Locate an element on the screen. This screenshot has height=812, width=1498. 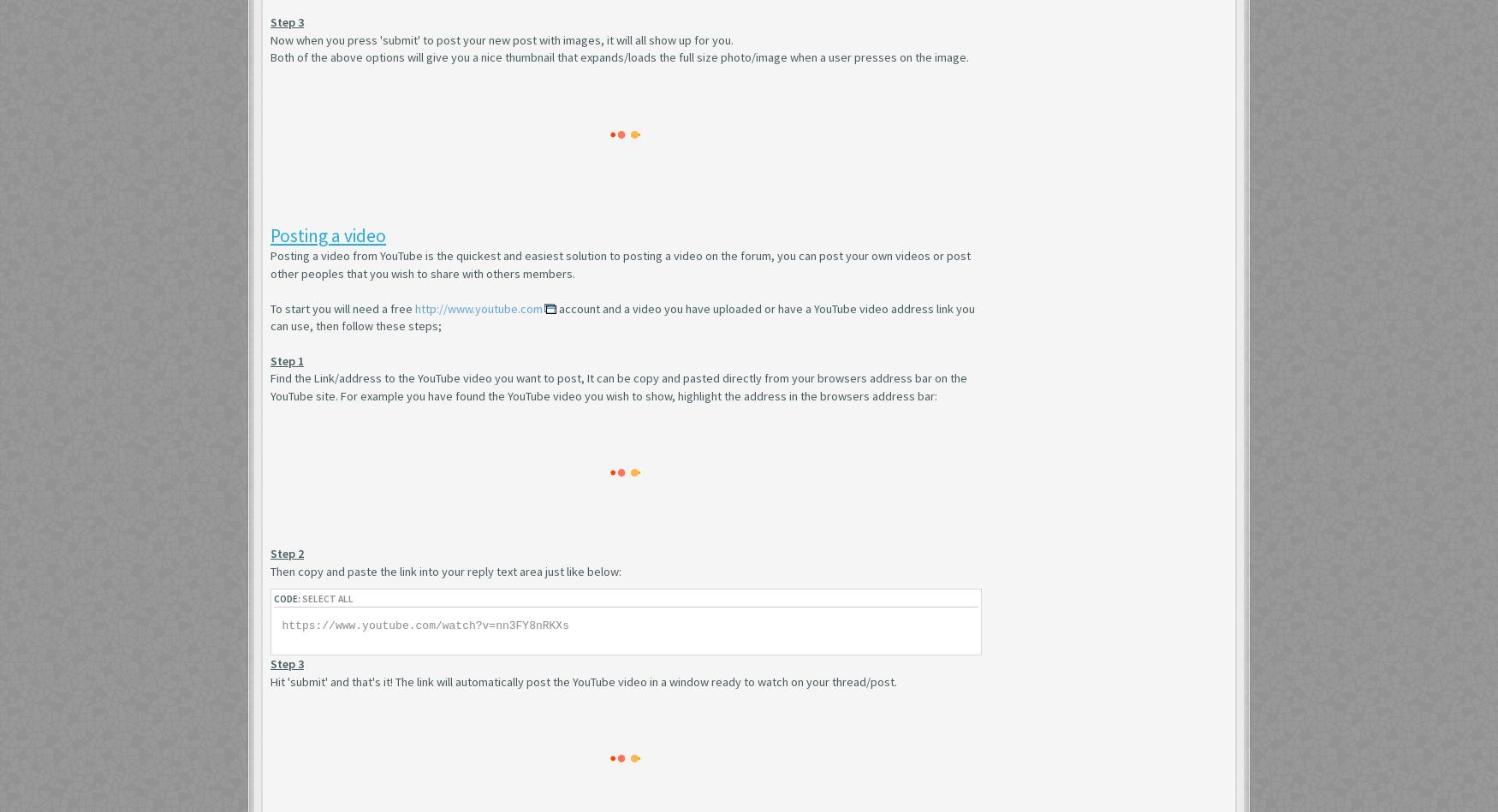
'Step 1' is located at coordinates (270, 359).